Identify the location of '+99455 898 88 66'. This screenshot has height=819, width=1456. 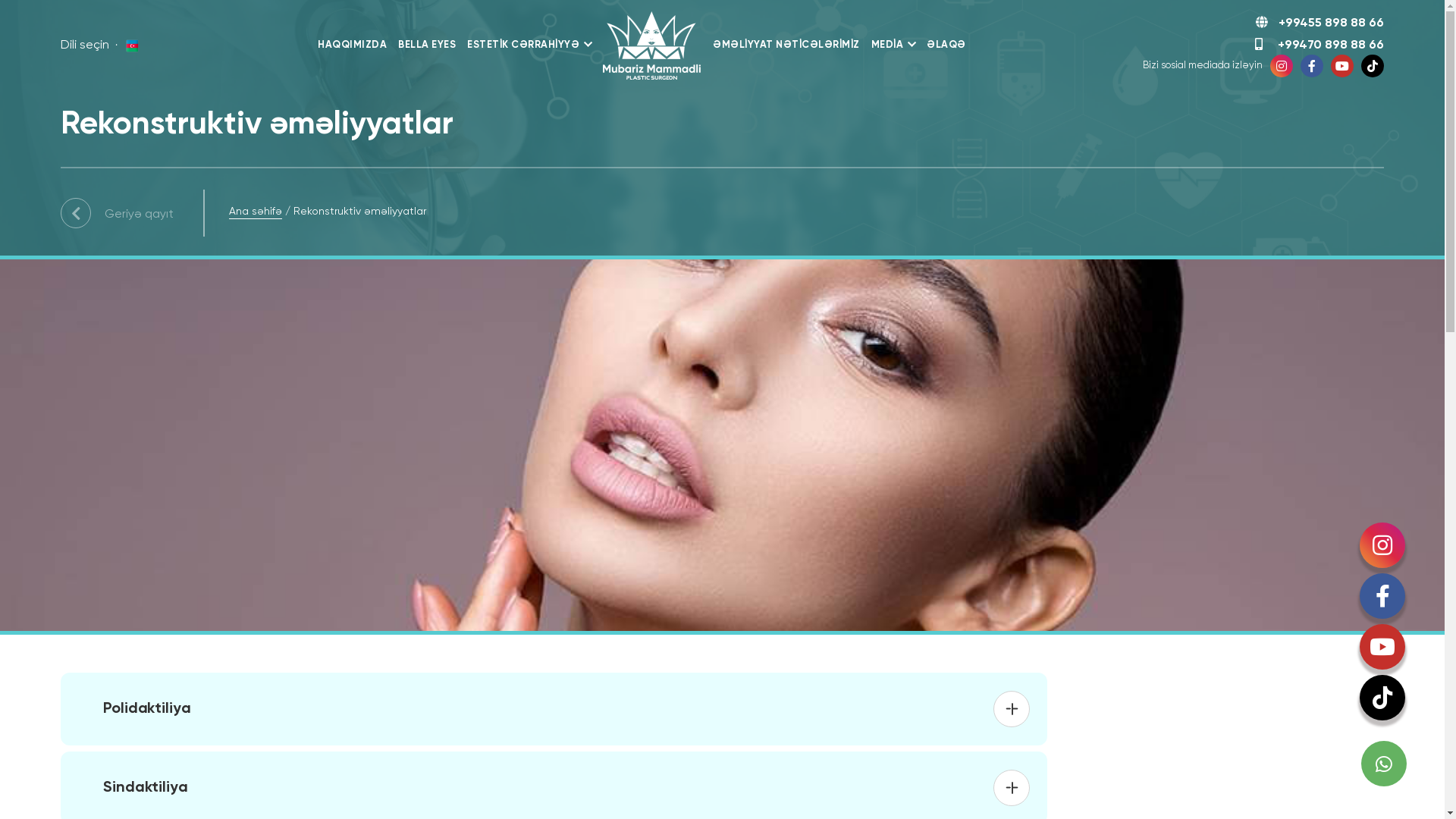
(1263, 23).